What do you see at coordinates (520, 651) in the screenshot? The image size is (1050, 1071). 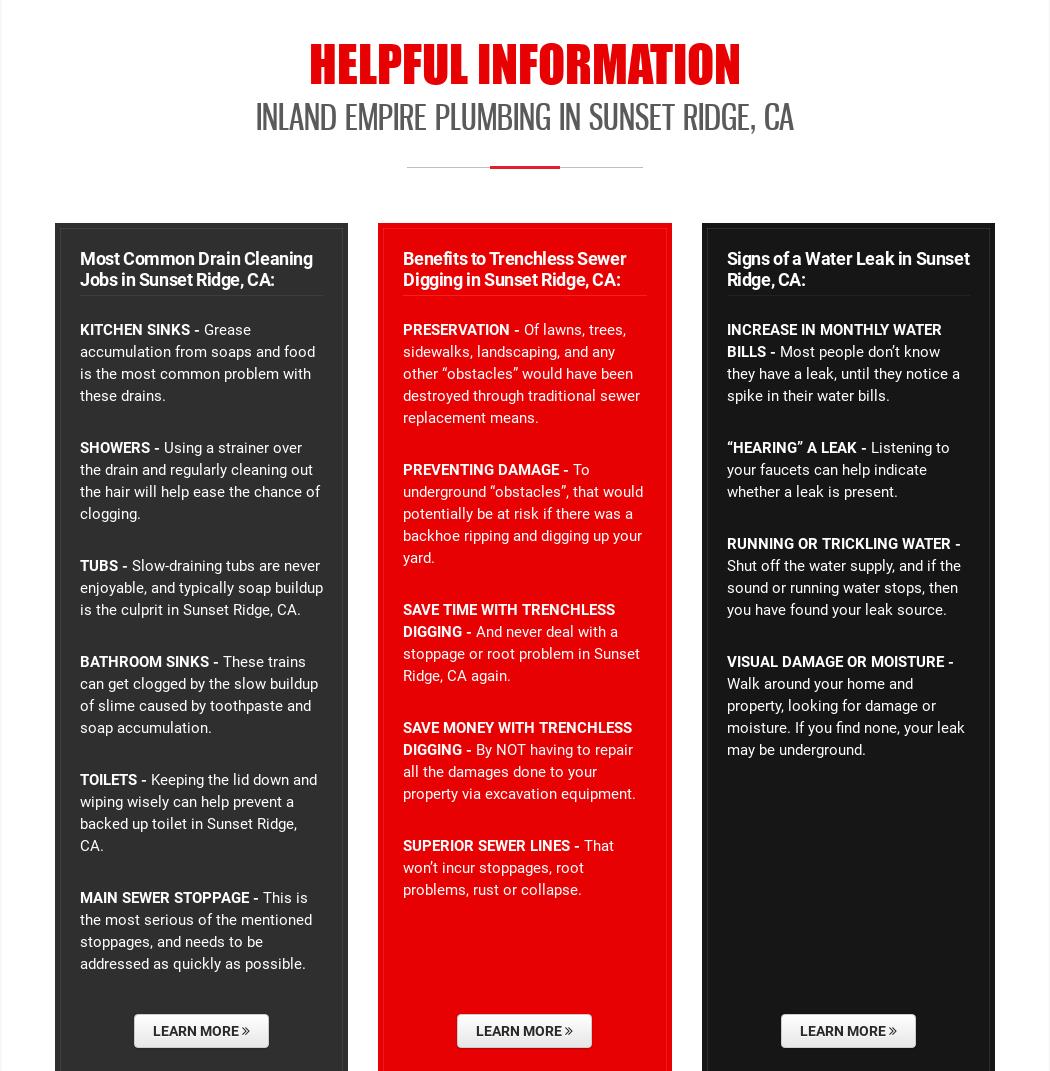 I see `'And never deal with a stoppage or root problem in Sunset Ridge, CA again.'` at bounding box center [520, 651].